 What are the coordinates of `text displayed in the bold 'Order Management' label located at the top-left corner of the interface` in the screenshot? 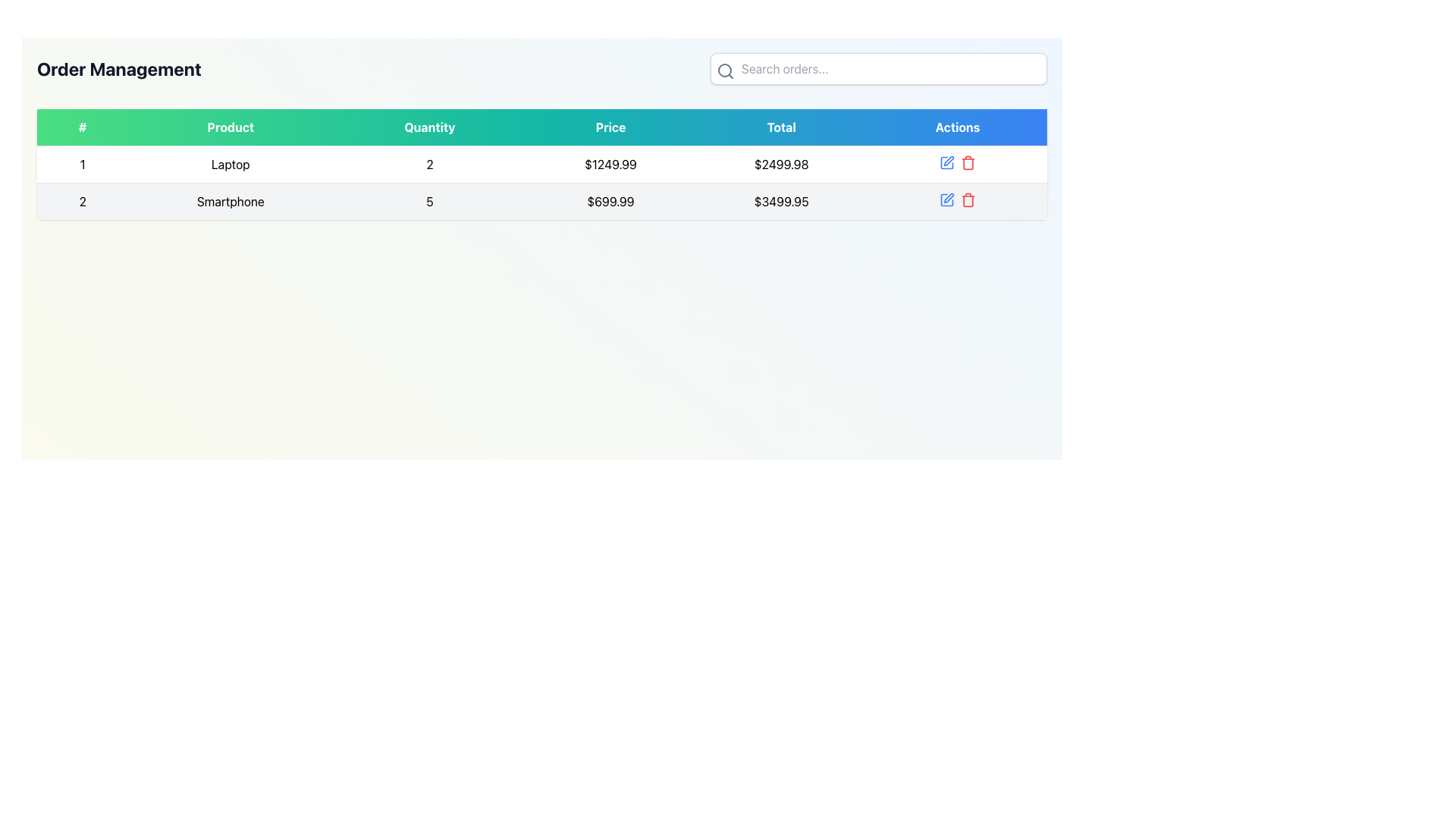 It's located at (118, 69).